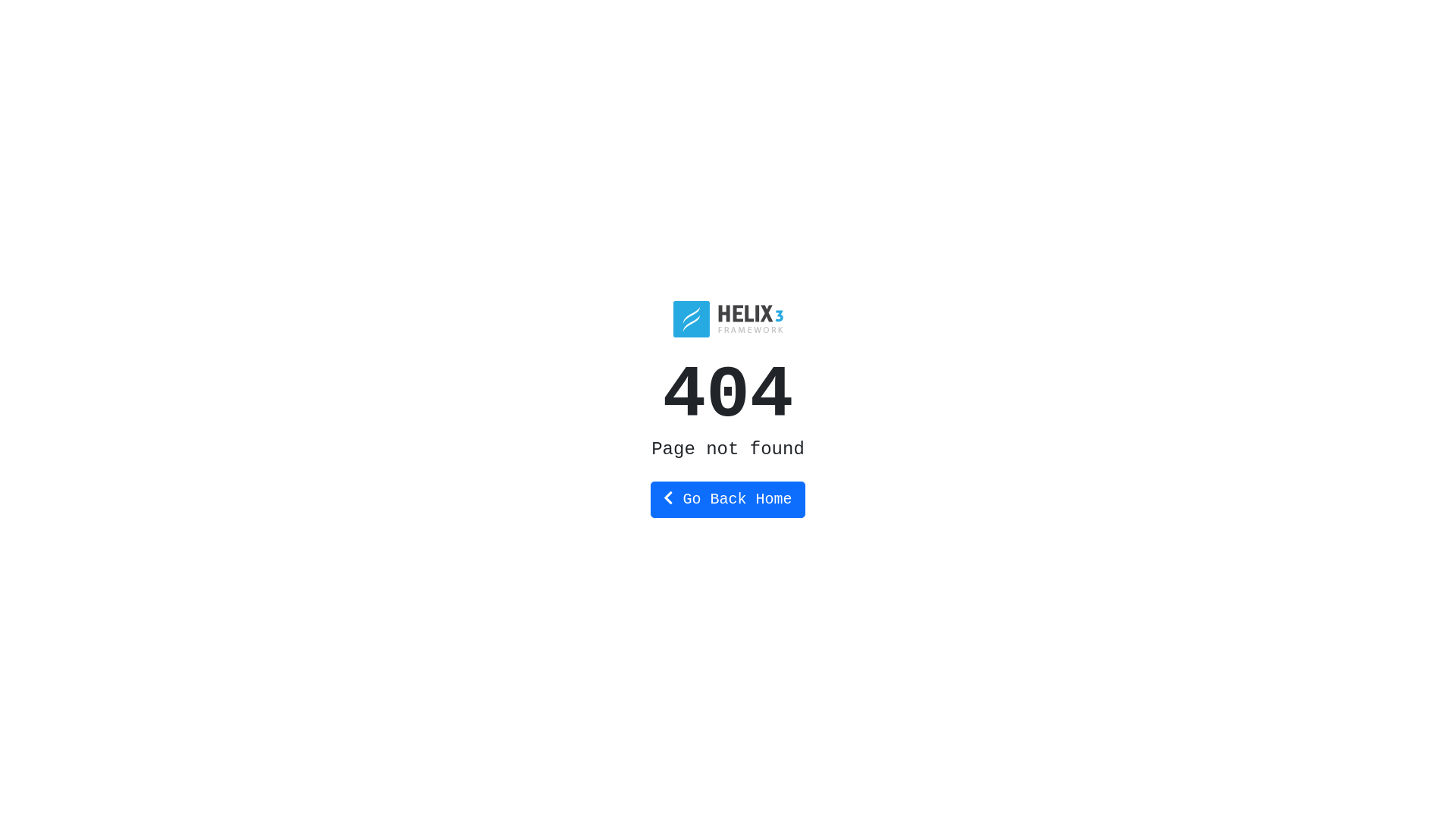 Image resolution: width=1456 pixels, height=819 pixels. I want to click on 'Go Back Home', so click(726, 500).